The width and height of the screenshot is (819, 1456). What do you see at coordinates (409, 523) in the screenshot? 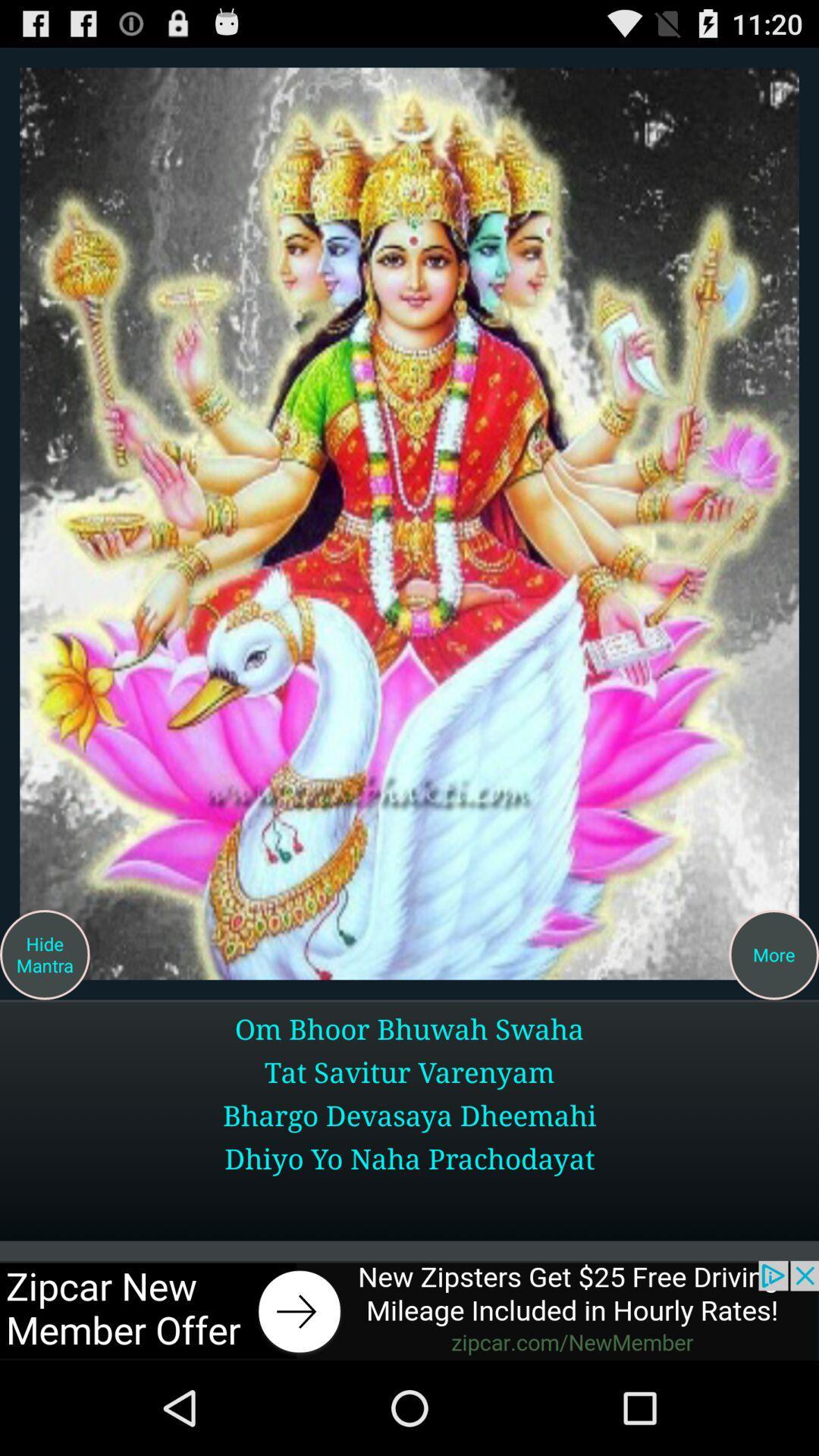
I see `click photo` at bounding box center [409, 523].